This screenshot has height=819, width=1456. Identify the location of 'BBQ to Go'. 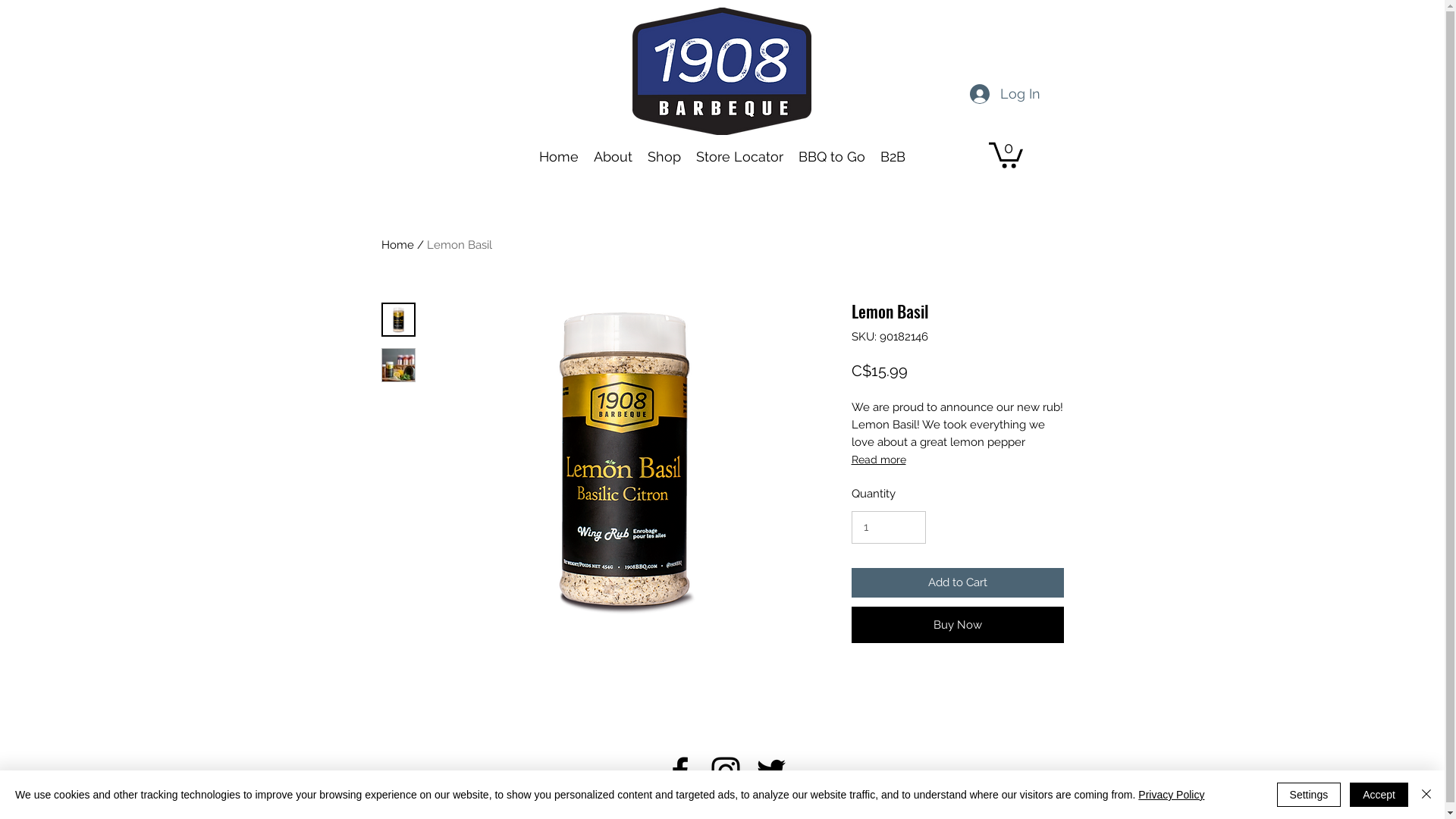
(831, 157).